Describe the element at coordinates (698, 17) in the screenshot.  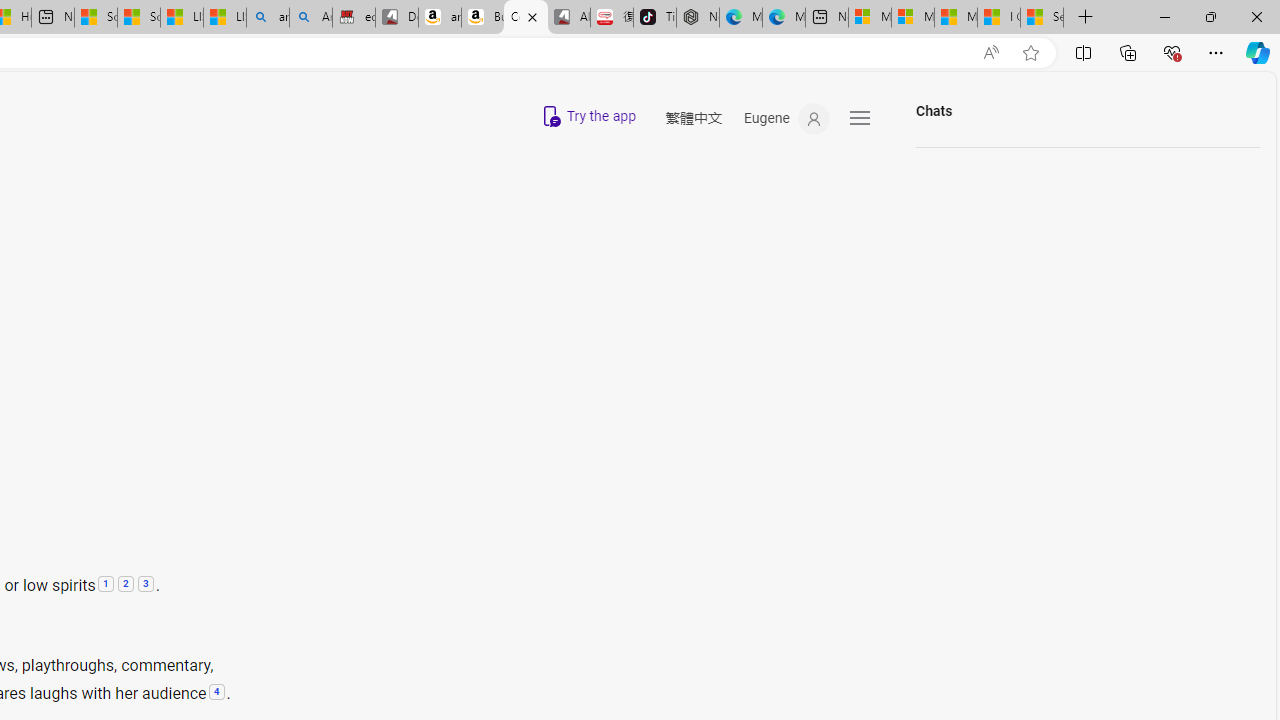
I see `'Nordace - Best Sellers'` at that location.